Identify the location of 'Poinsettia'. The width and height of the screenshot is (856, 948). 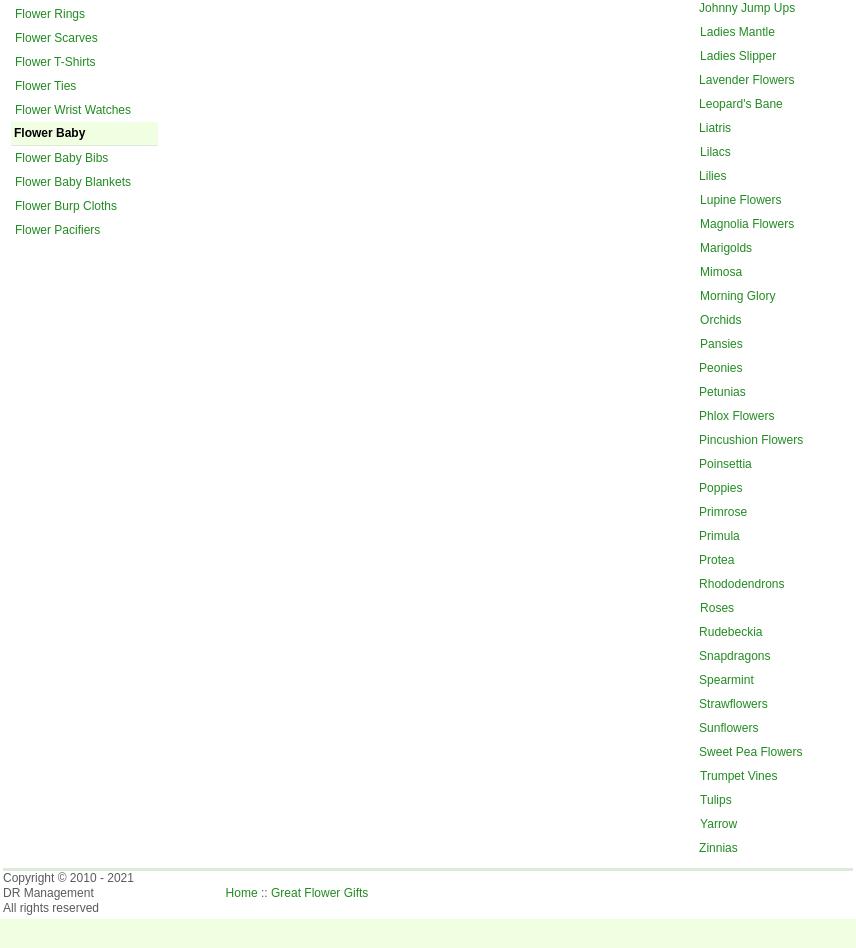
(725, 462).